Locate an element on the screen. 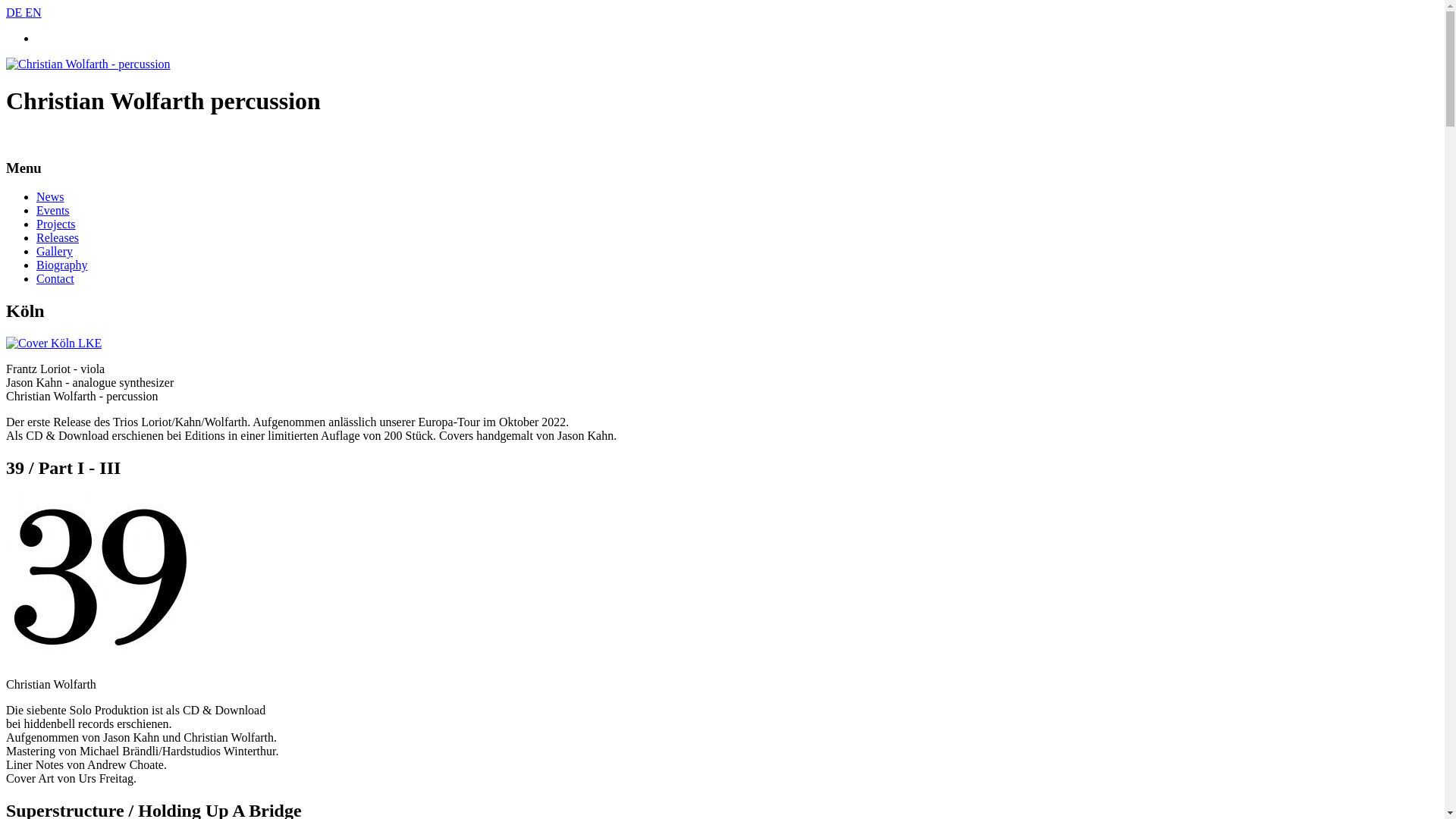  'Releases' is located at coordinates (58, 237).